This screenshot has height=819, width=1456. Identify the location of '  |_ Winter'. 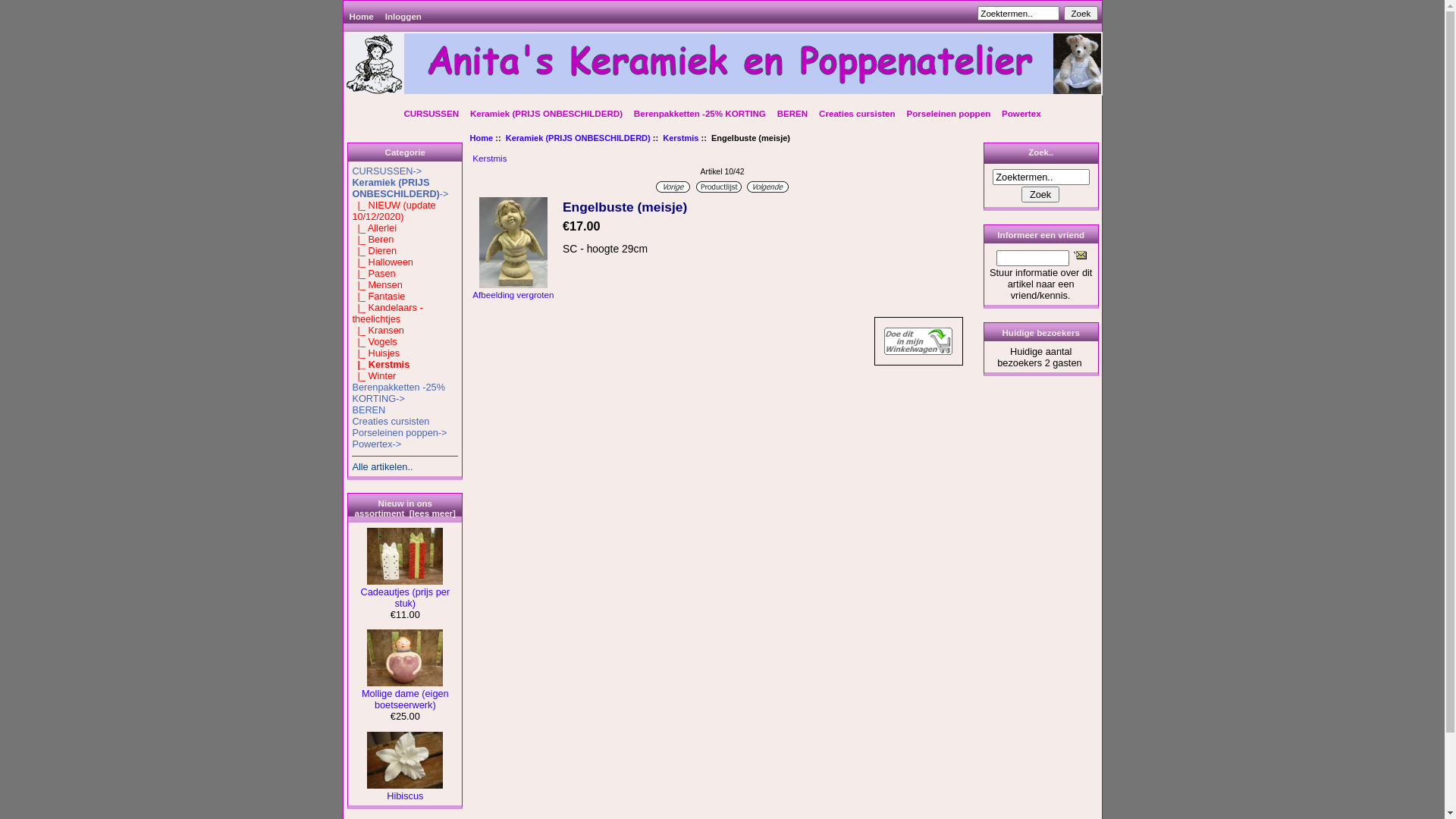
(374, 375).